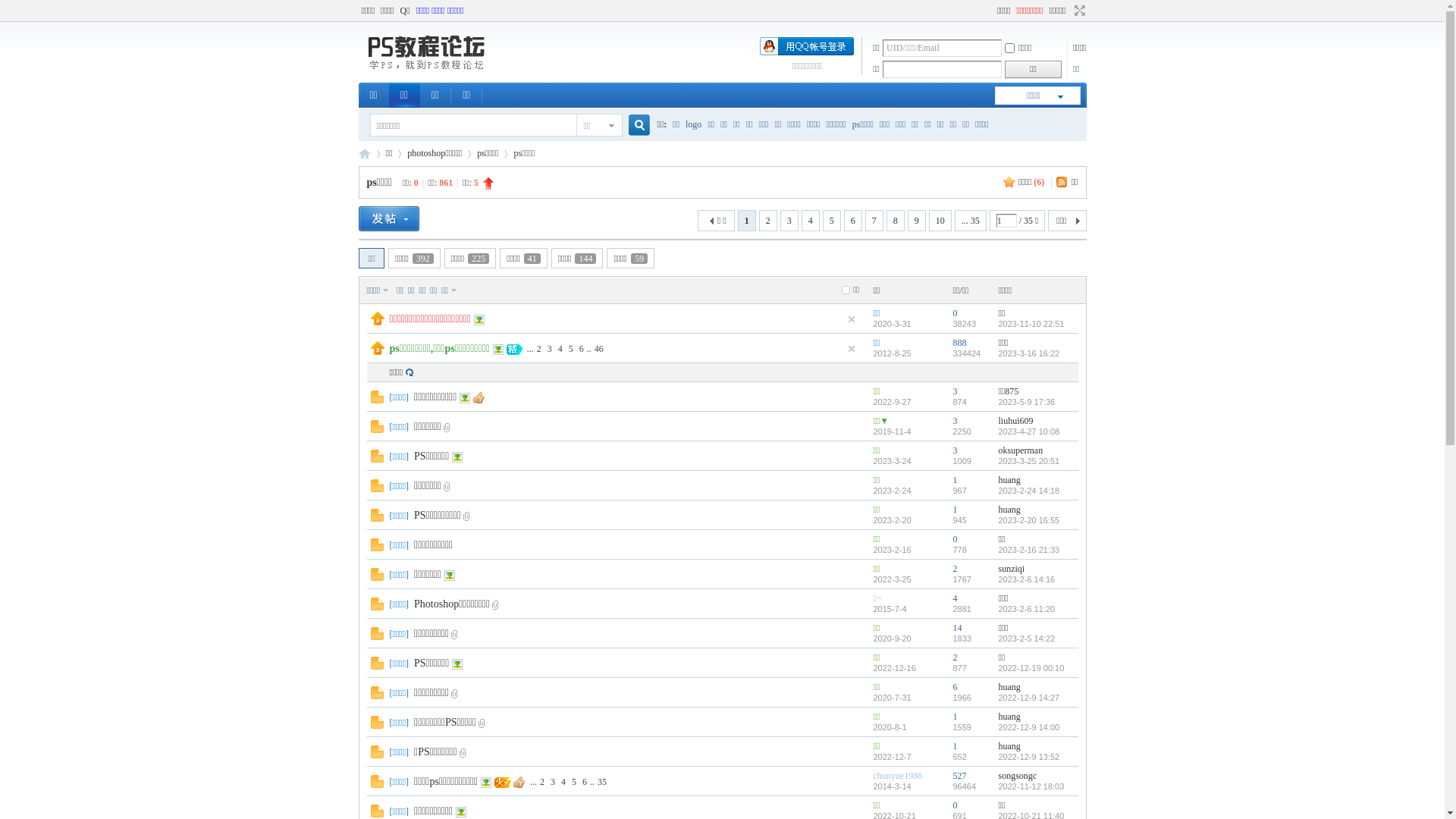 Image resolution: width=1456 pixels, height=819 pixels. What do you see at coordinates (563, 781) in the screenshot?
I see `'4'` at bounding box center [563, 781].